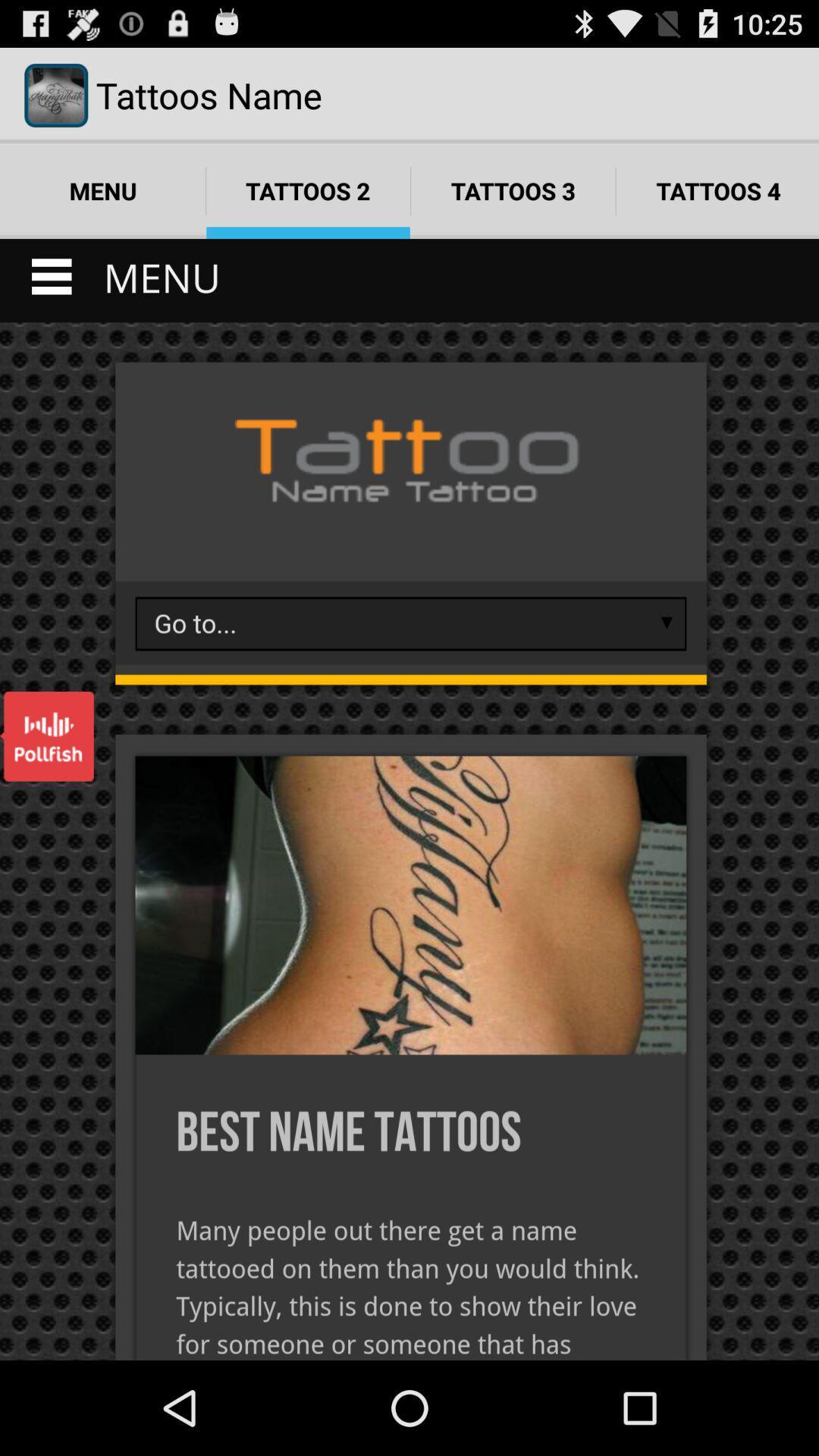 This screenshot has height=1456, width=819. I want to click on pollfish button, so click(45, 736).